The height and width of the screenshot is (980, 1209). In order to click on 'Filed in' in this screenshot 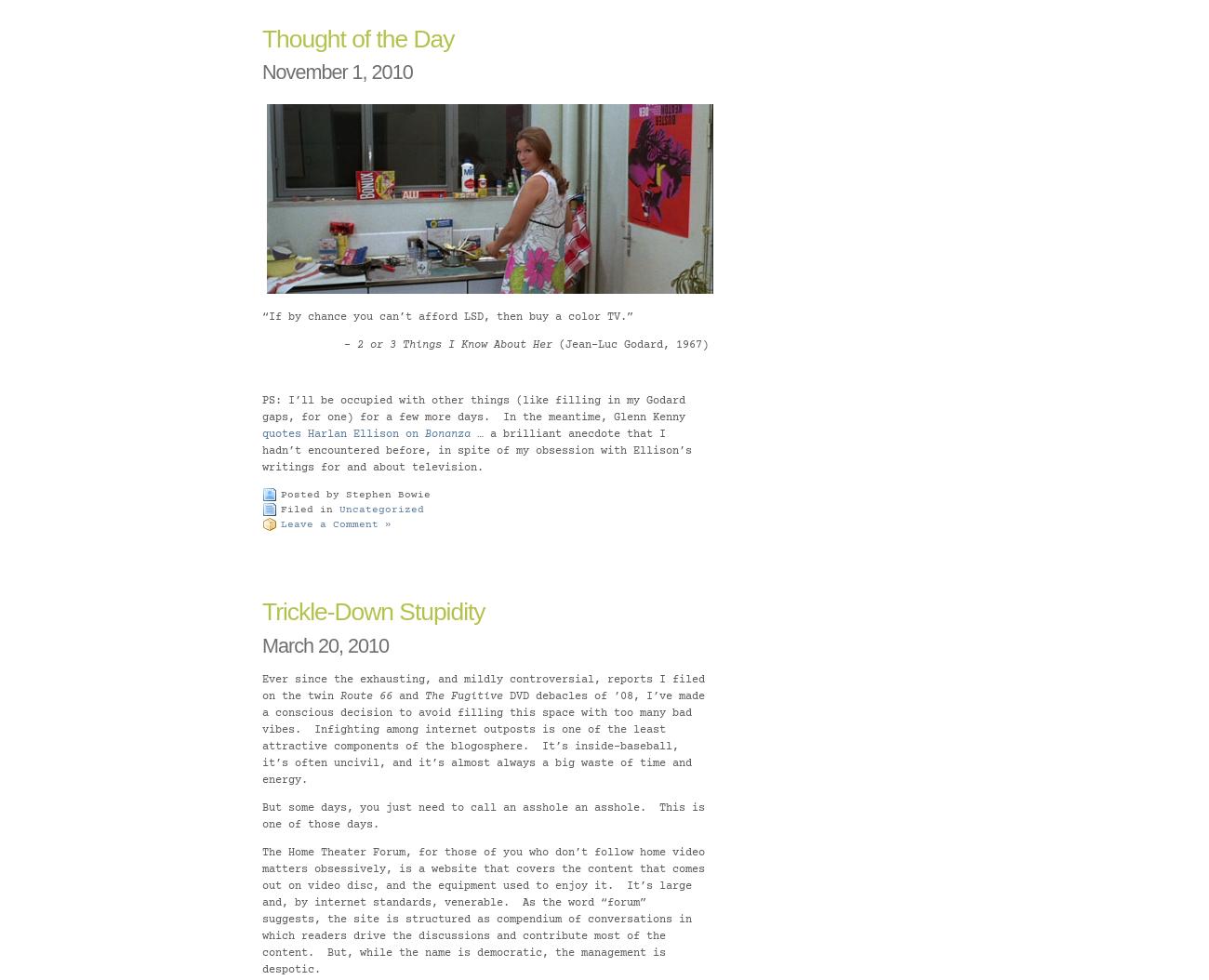, I will do `click(309, 510)`.